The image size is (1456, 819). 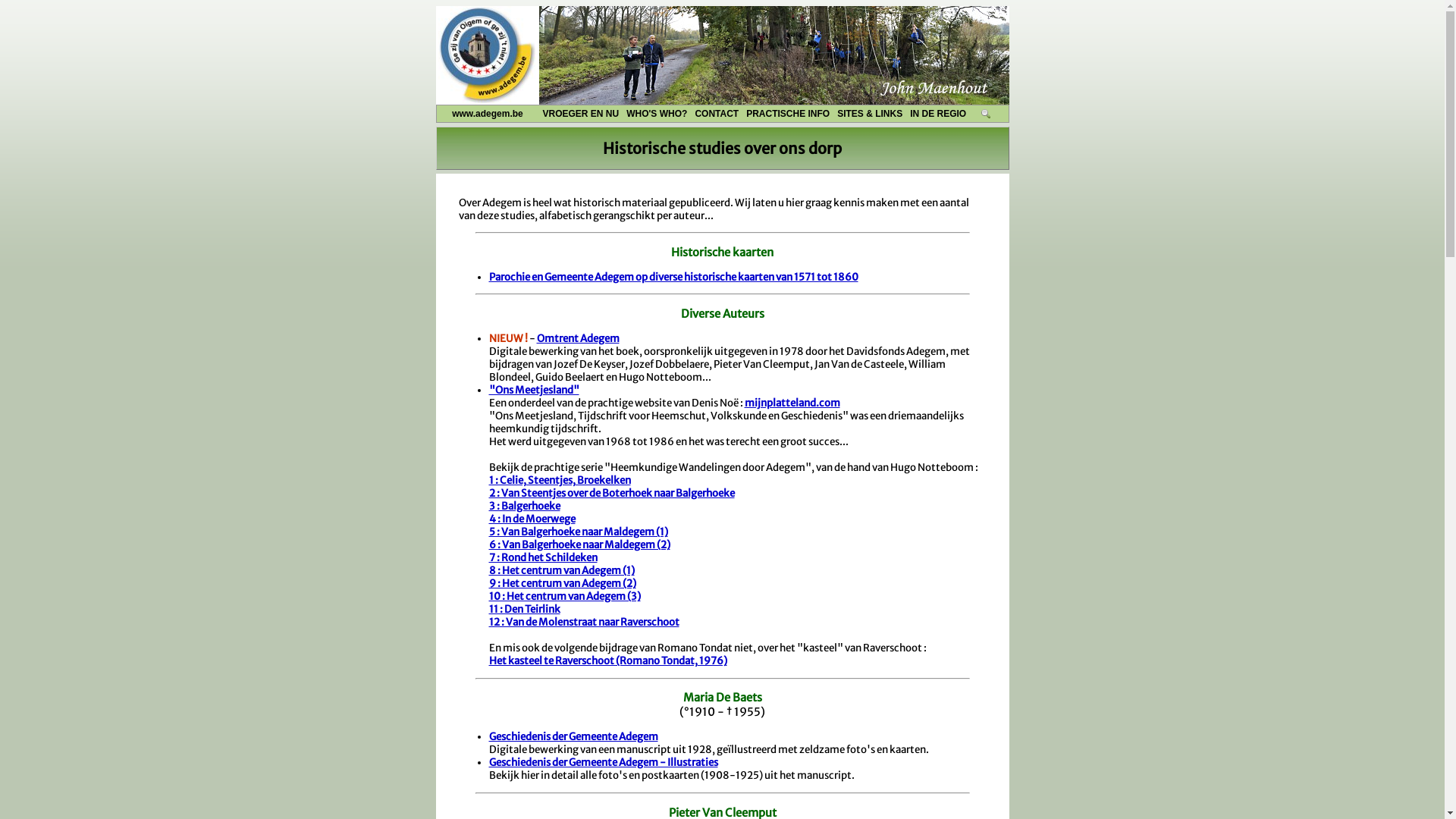 What do you see at coordinates (533, 389) in the screenshot?
I see `'"Ons Meetjesland"'` at bounding box center [533, 389].